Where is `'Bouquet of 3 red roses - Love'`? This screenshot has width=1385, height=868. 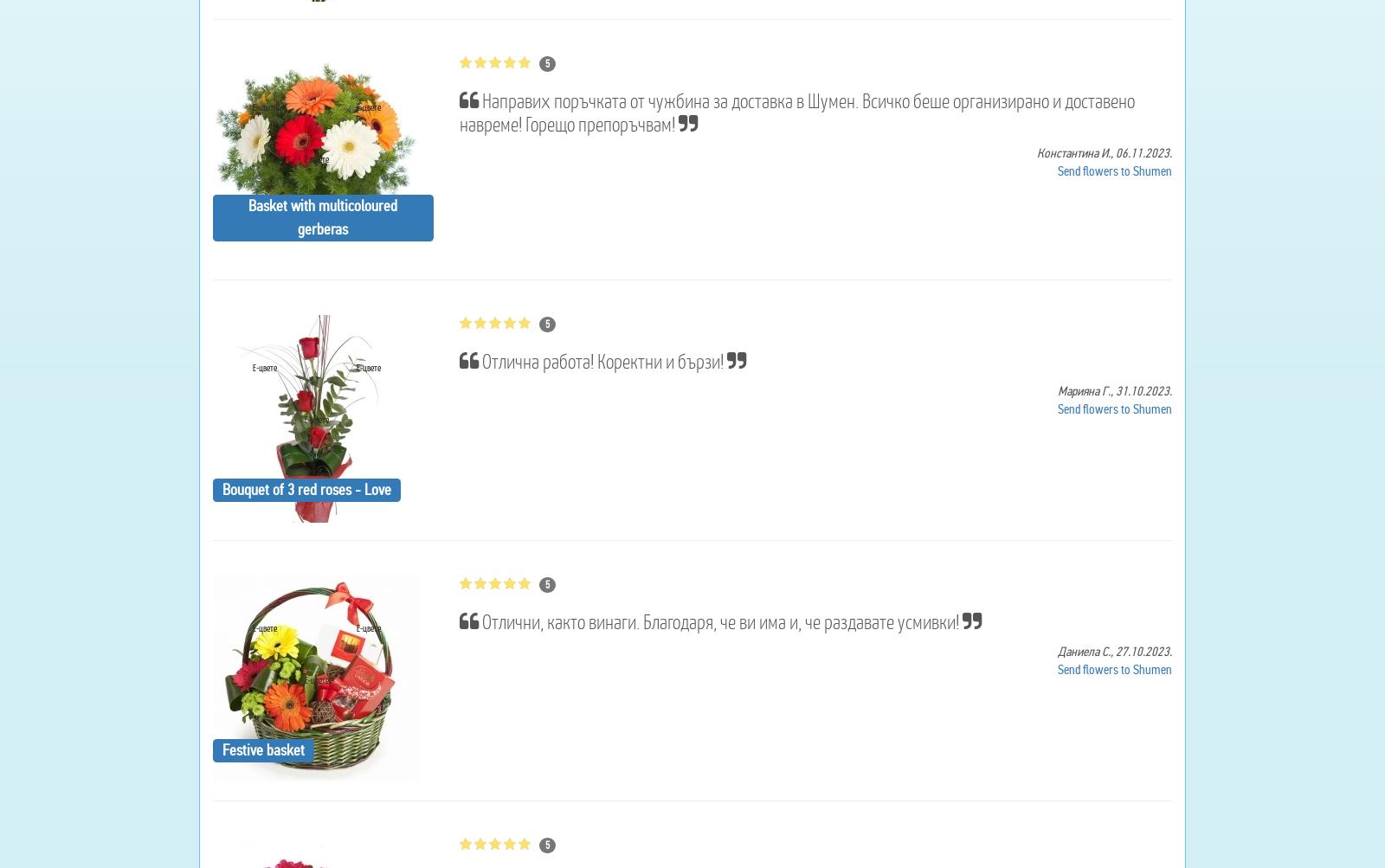
'Bouquet of 3 red roses - Love' is located at coordinates (306, 487).